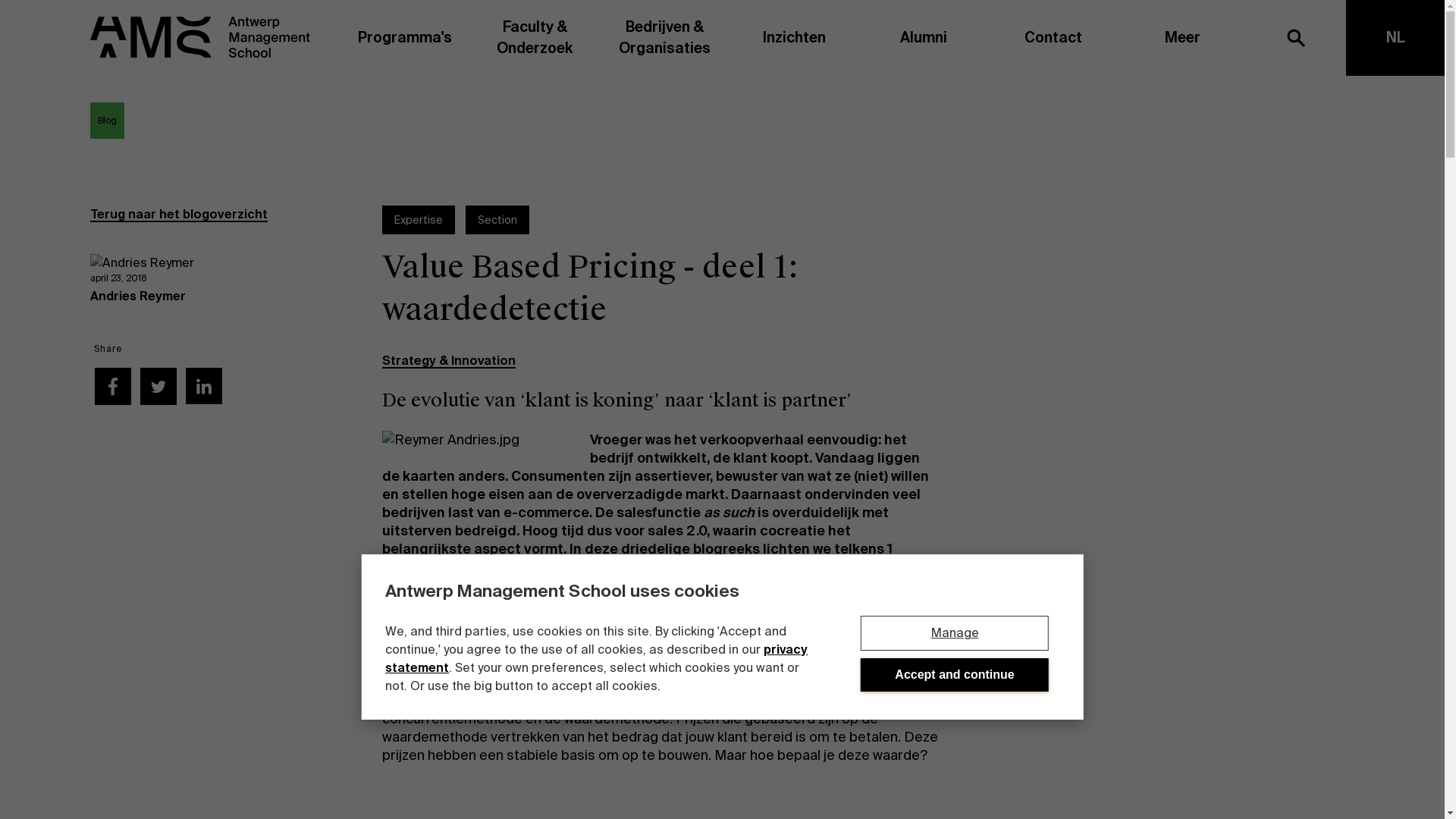  I want to click on 'Manage', so click(953, 632).